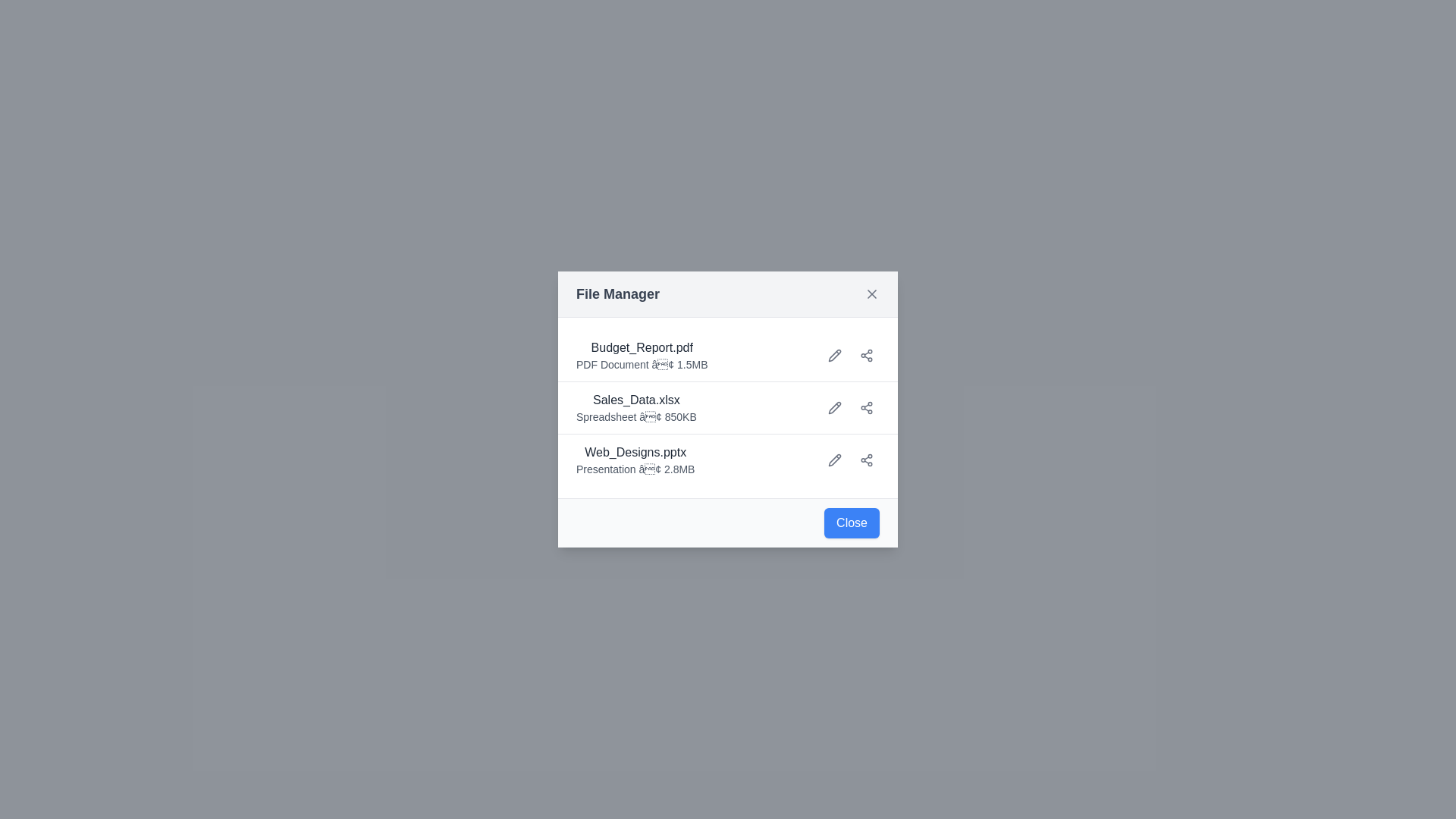  Describe the element at coordinates (635, 459) in the screenshot. I see `the file entry Web_Designs.pptx` at that location.